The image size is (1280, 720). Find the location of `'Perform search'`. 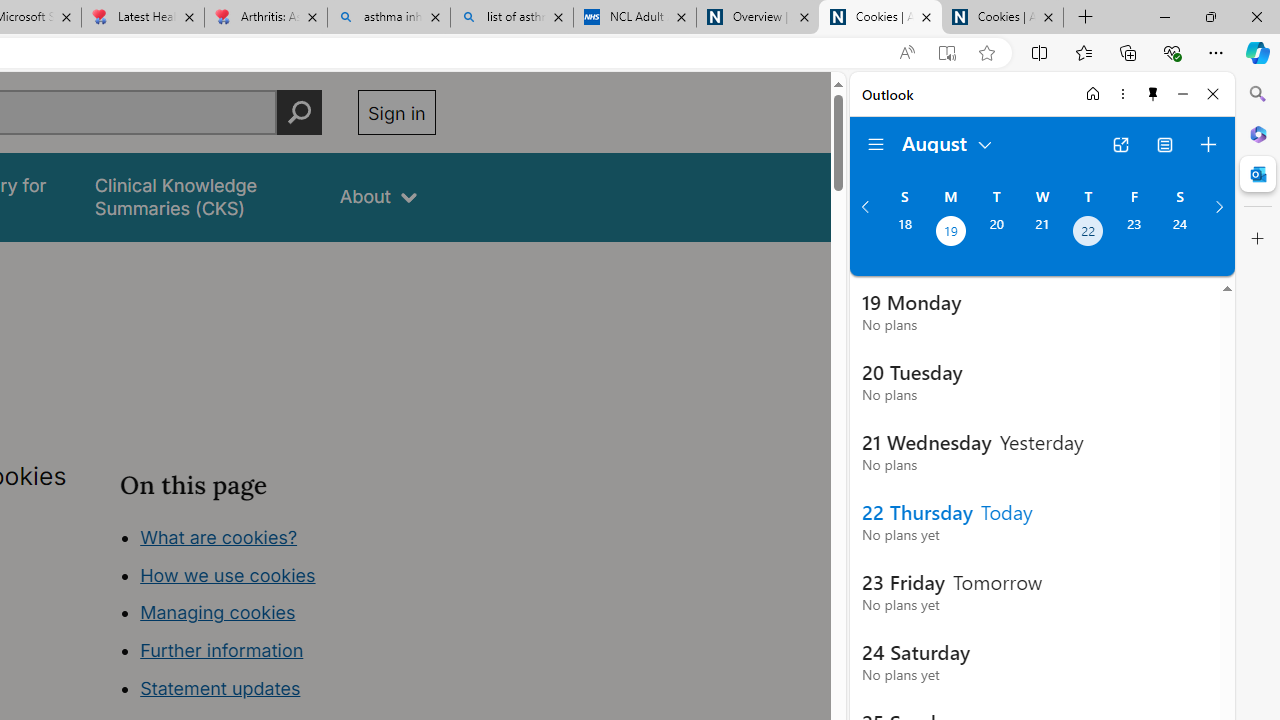

'Perform search' is located at coordinates (298, 112).